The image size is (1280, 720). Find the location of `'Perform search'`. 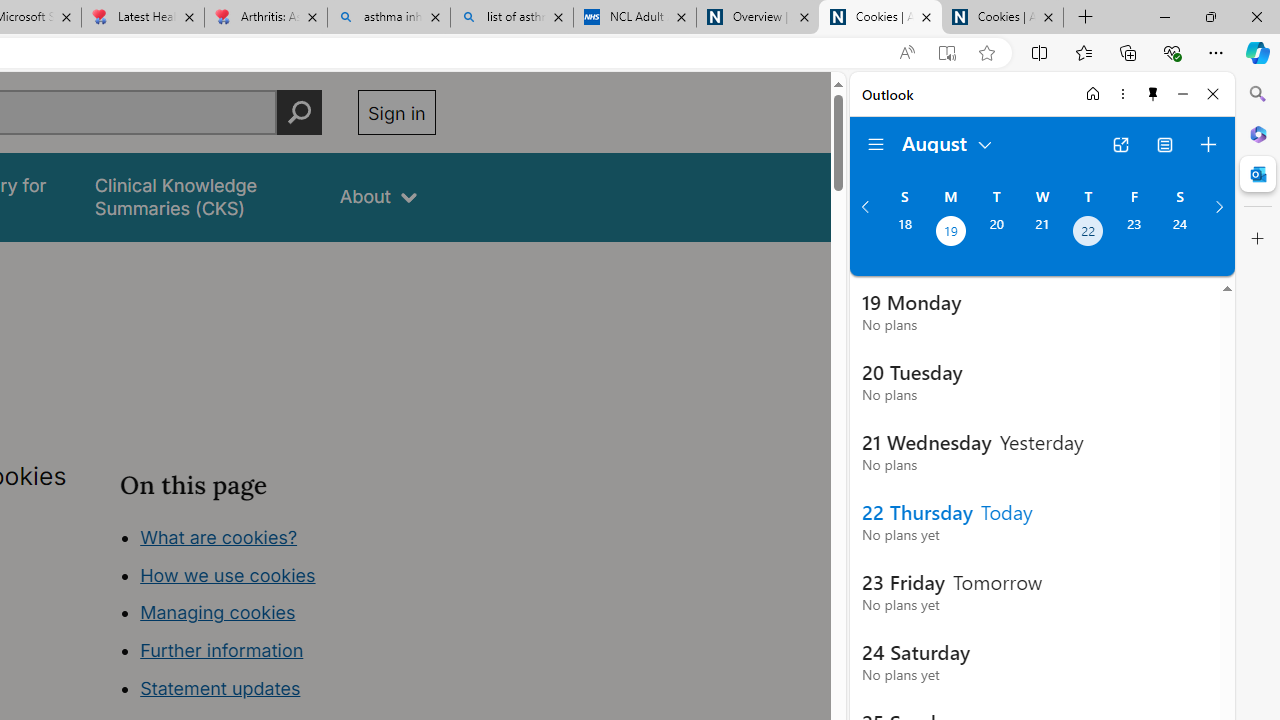

'Perform search' is located at coordinates (298, 112).